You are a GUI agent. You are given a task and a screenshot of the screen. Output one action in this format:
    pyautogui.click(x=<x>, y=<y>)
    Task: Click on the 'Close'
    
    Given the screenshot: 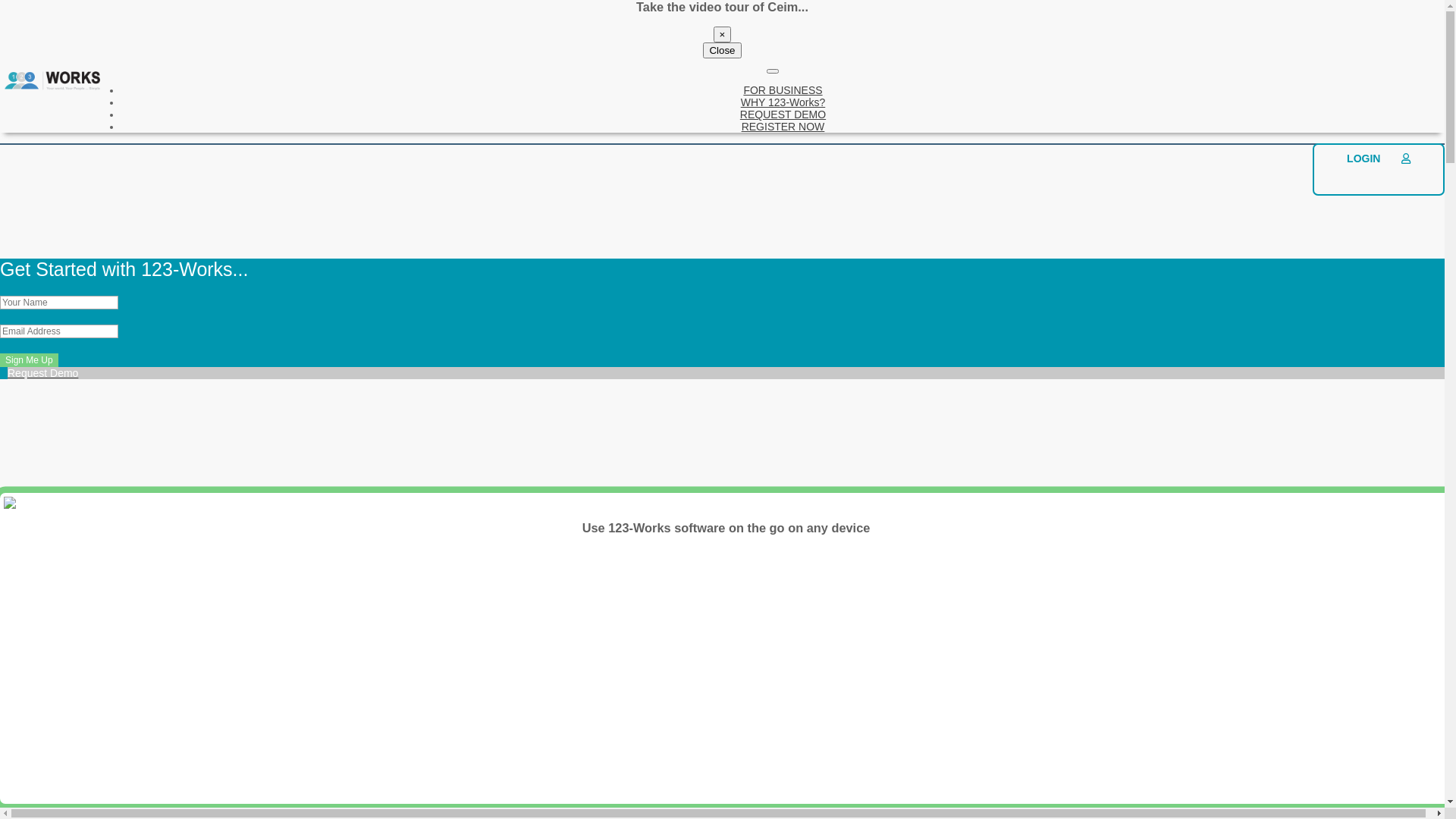 What is the action you would take?
    pyautogui.click(x=720, y=49)
    